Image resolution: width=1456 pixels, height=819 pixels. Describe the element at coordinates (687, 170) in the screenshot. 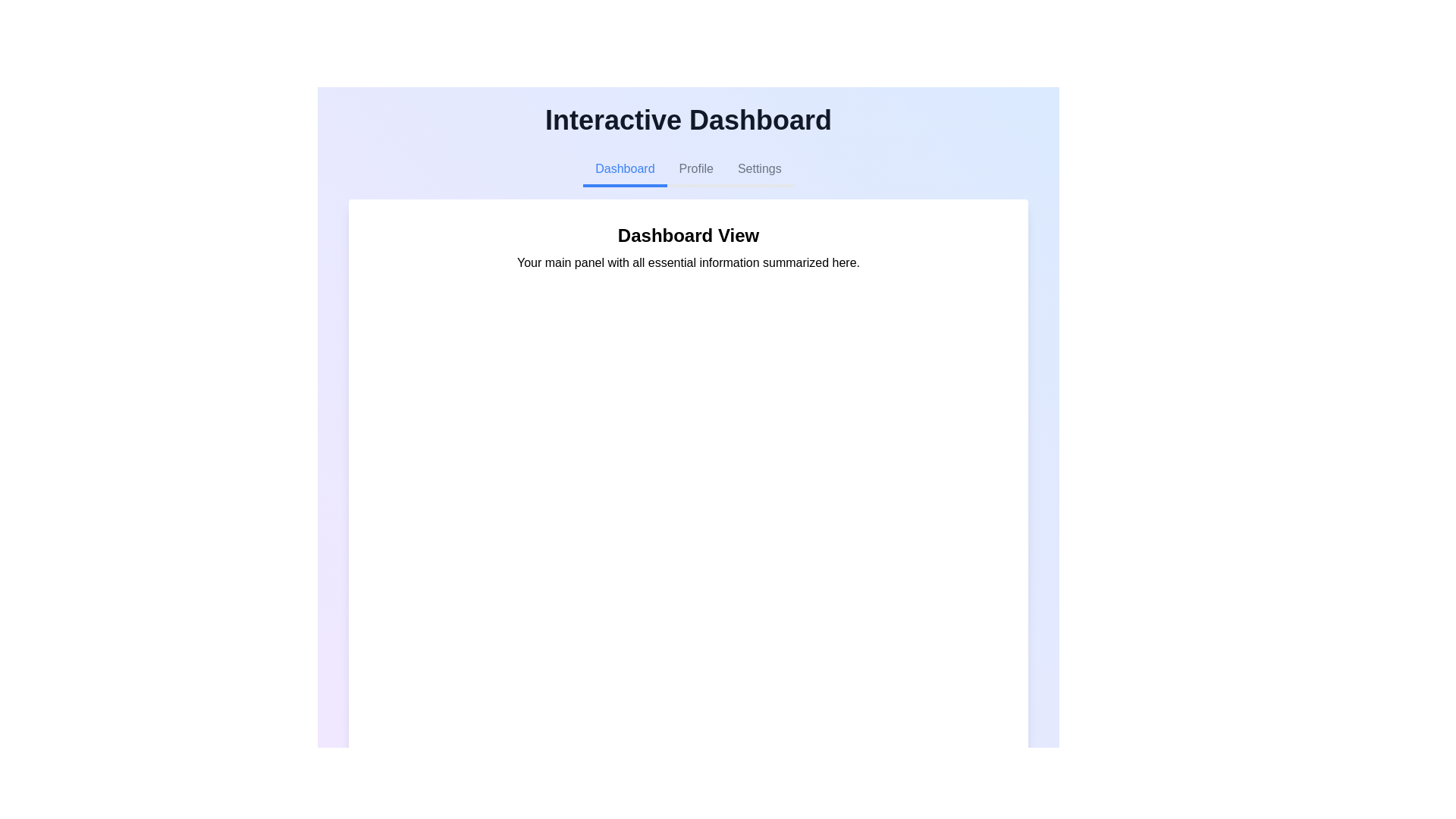

I see `the 'Profile' navigation tab` at that location.